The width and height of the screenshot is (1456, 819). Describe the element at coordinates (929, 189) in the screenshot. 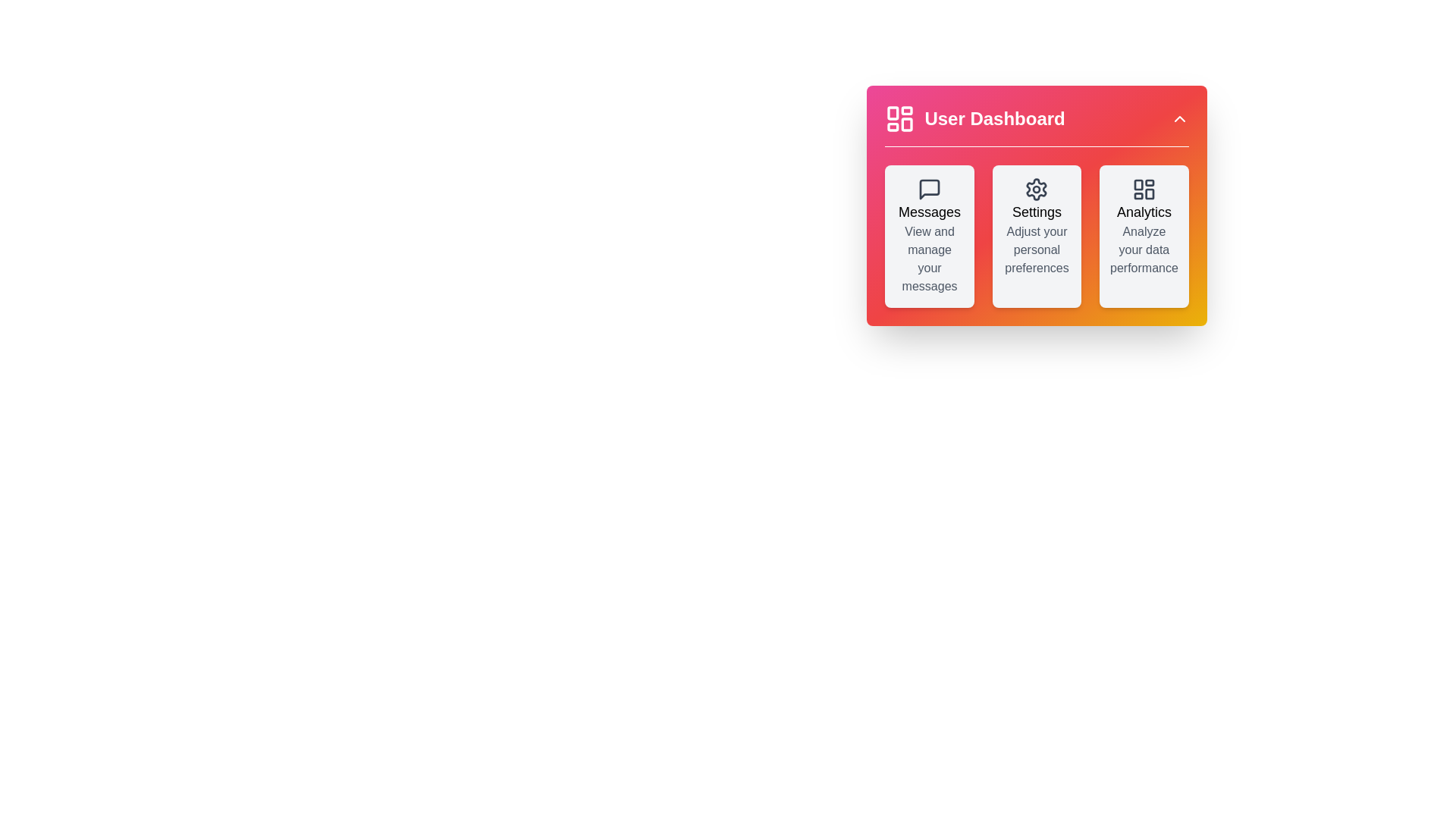

I see `the 'Messages' icon located at the top of the 'Messages' card in the 'User Dashboard' section to indicate its purpose` at that location.